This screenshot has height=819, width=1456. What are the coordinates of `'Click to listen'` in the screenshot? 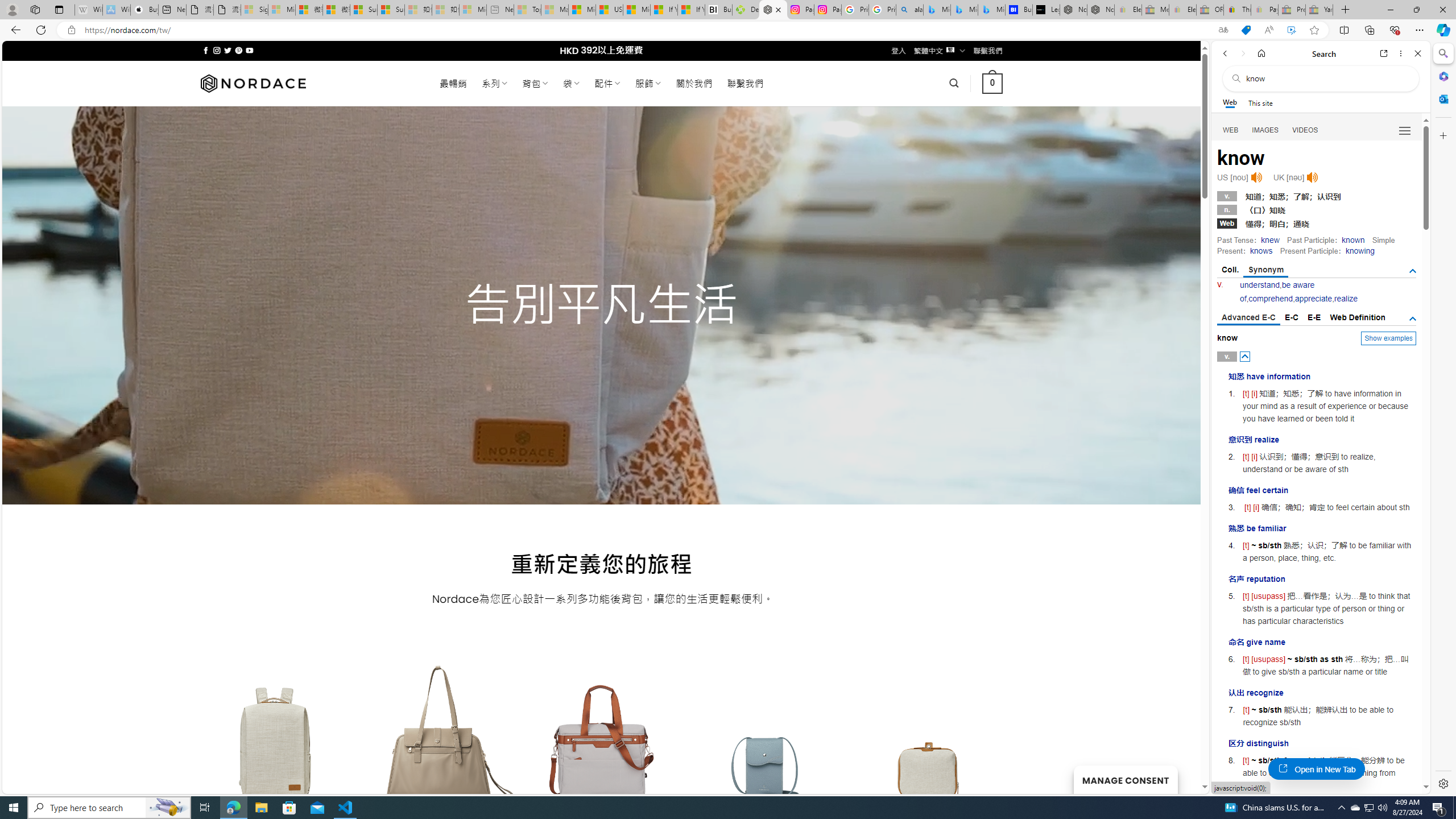 It's located at (1312, 177).